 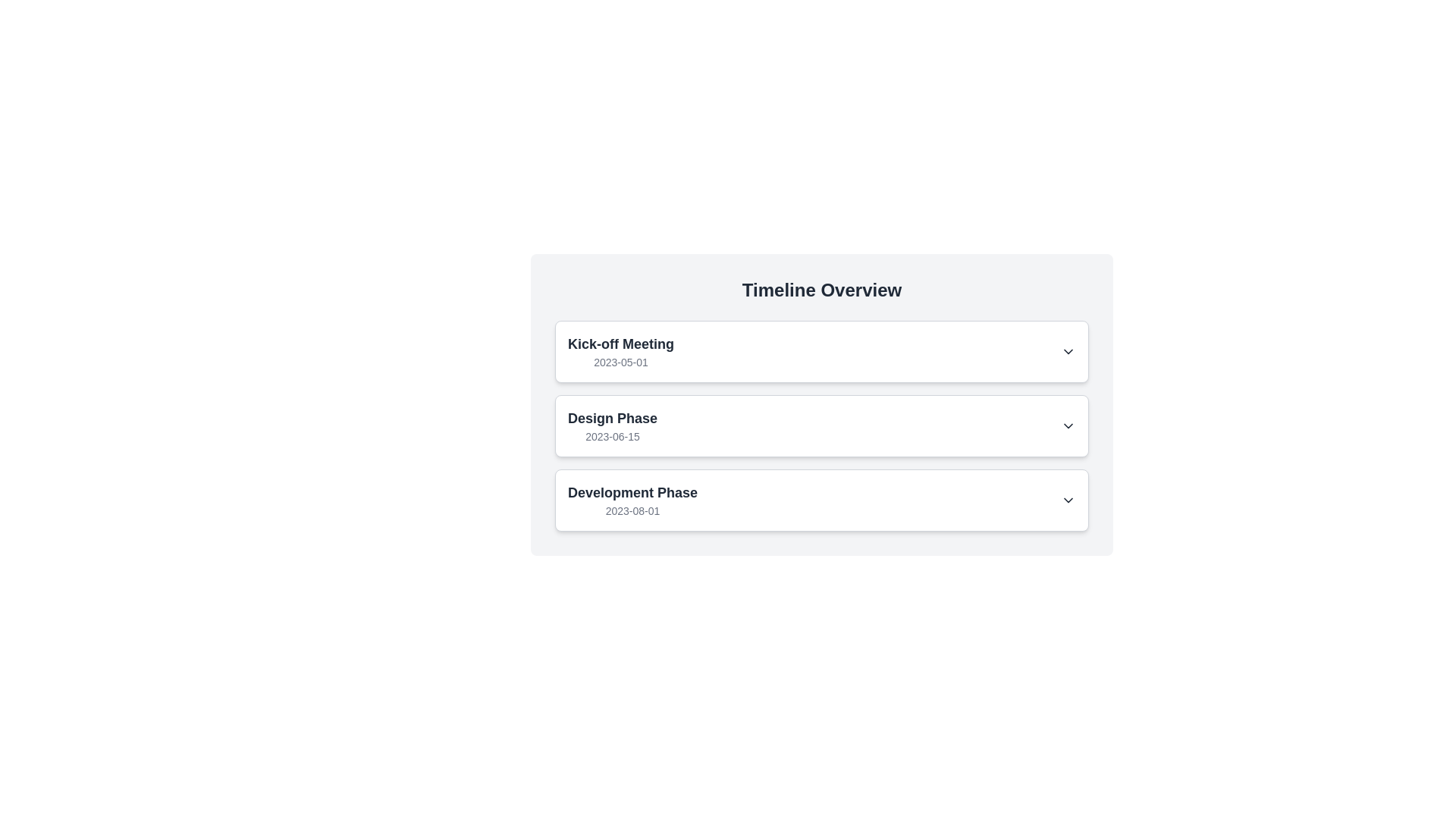 I want to click on the timeline entry labeled 'Design Phase' with an interactive dropdown trigger, which is the second entry in a vertical list of timeline items, so click(x=821, y=426).